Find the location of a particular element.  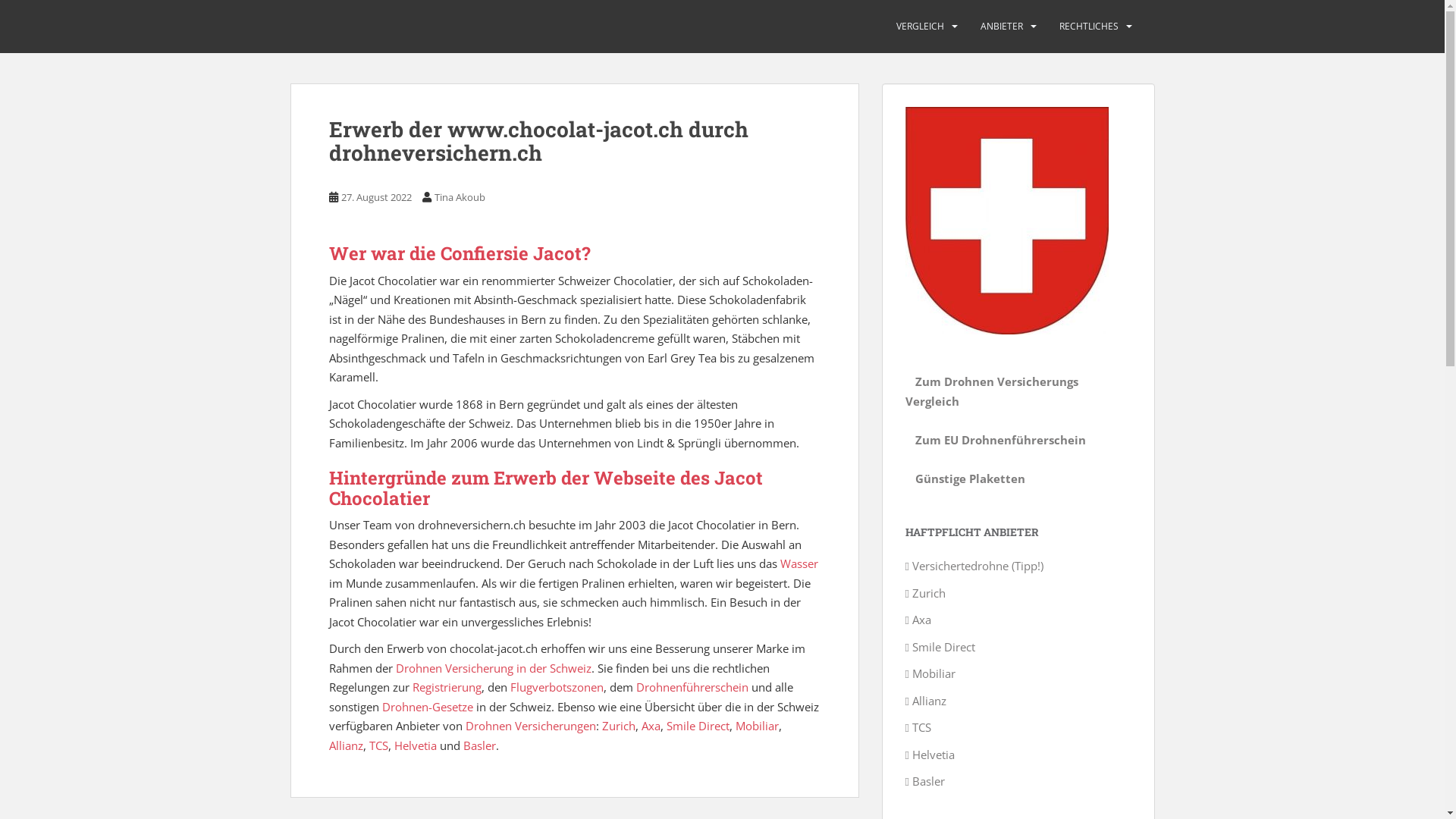

'Drohnen Versicherungen' is located at coordinates (531, 724).